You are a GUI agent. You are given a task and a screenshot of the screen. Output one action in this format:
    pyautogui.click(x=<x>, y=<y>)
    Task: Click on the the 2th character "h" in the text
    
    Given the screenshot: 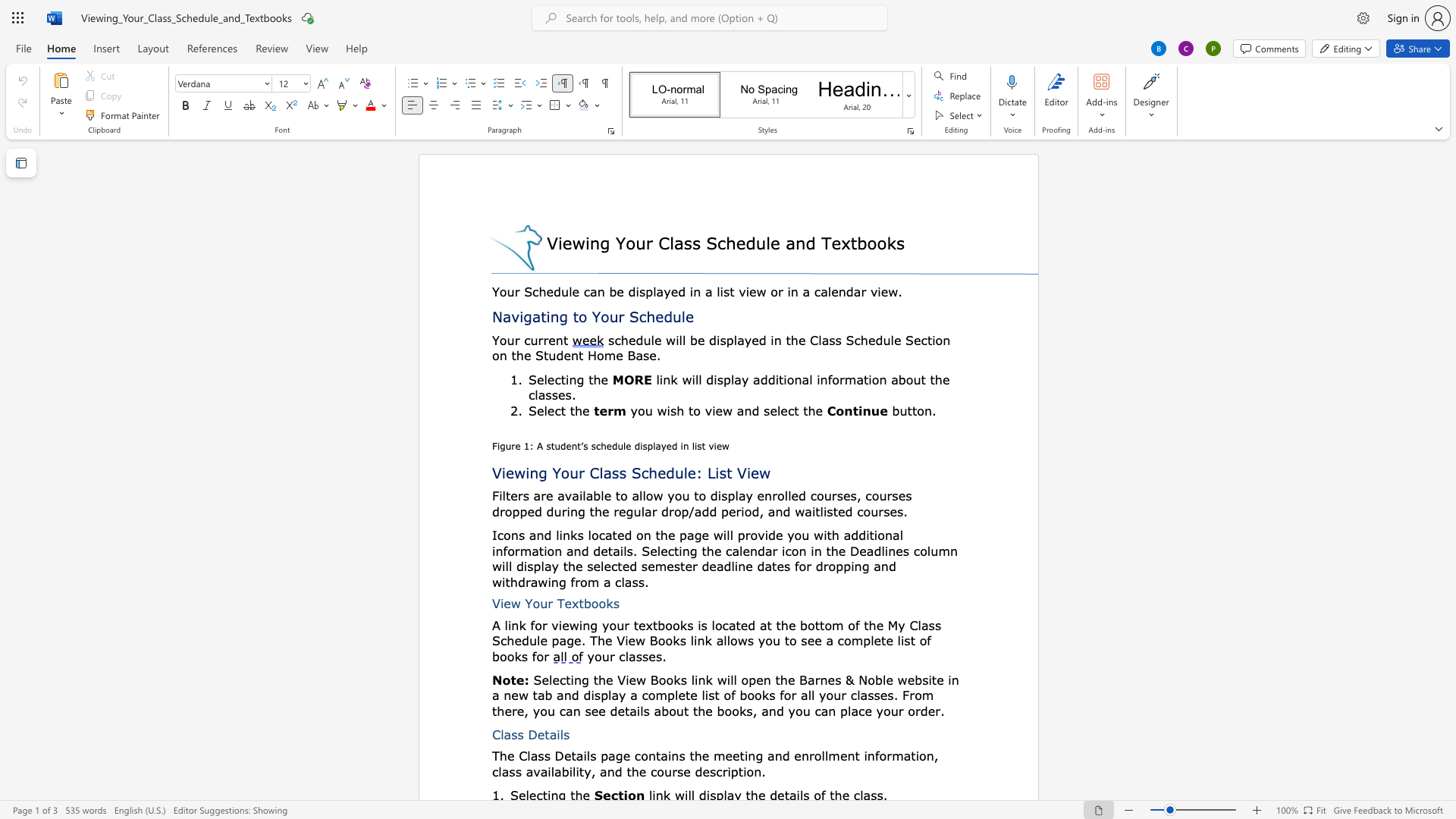 What is the action you would take?
    pyautogui.click(x=811, y=410)
    